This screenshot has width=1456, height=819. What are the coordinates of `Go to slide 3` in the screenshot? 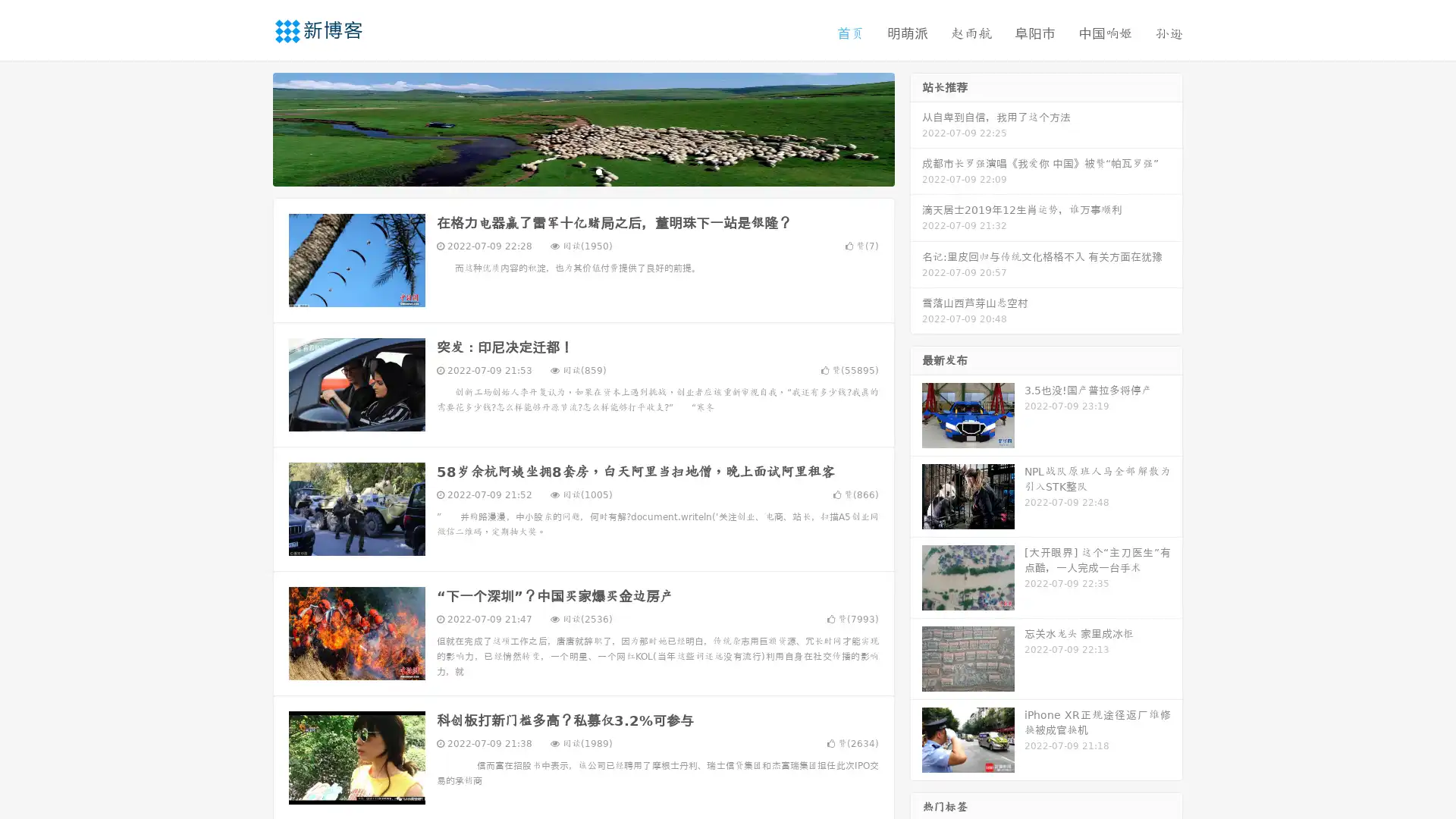 It's located at (598, 171).